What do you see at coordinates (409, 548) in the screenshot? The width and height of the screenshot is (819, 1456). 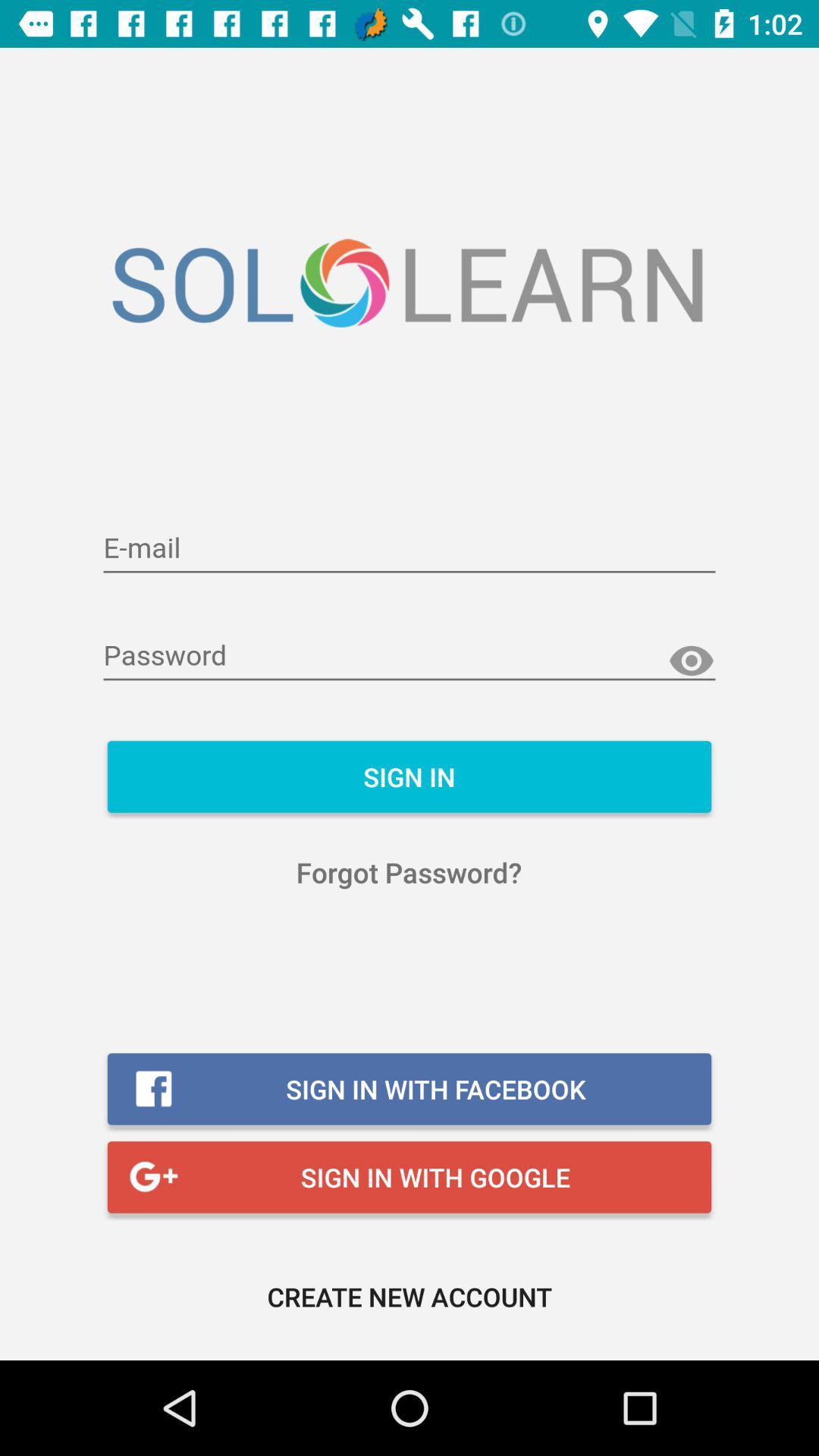 I see `put your email` at bounding box center [409, 548].